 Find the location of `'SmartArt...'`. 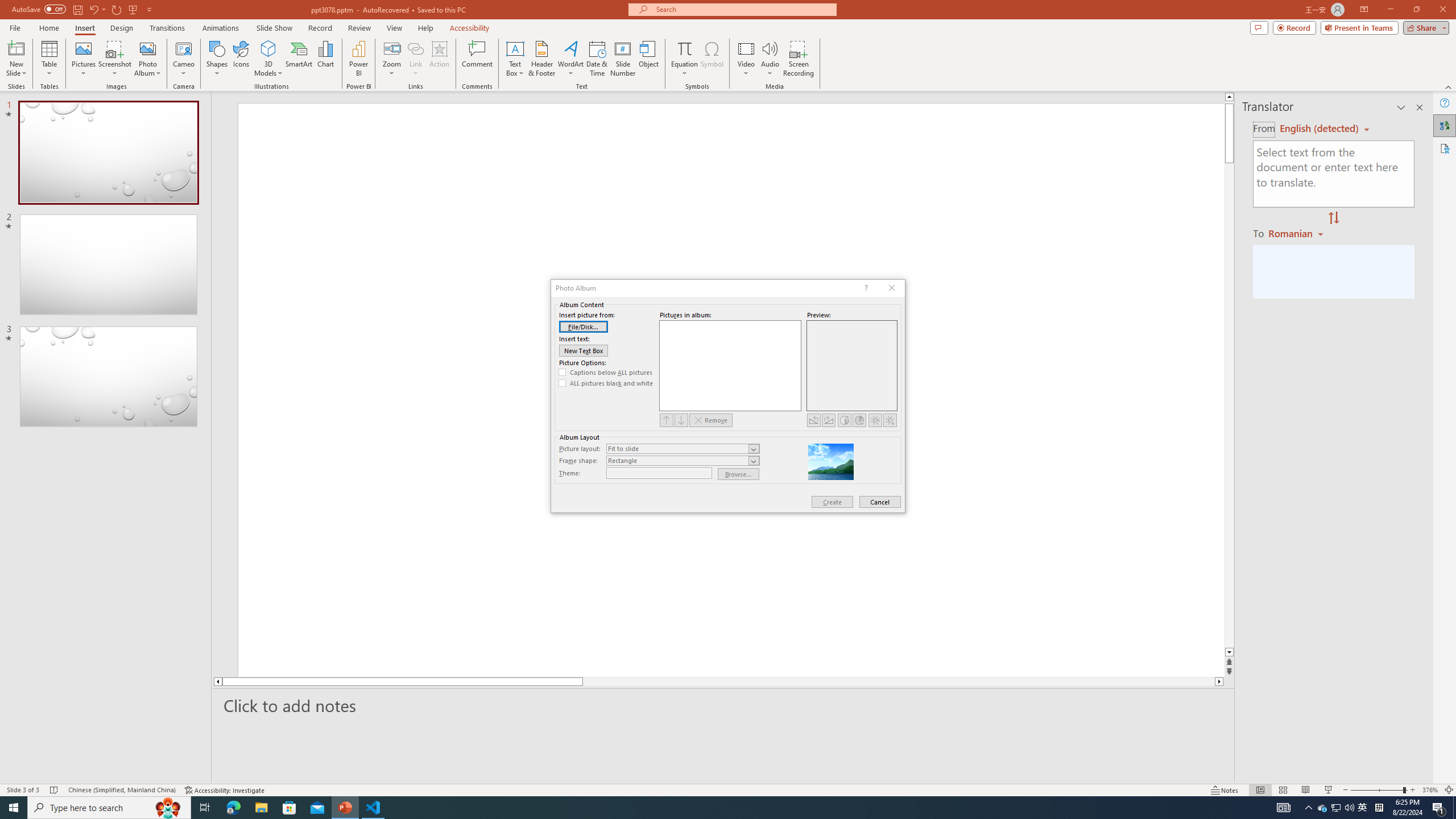

'SmartArt...' is located at coordinates (299, 59).